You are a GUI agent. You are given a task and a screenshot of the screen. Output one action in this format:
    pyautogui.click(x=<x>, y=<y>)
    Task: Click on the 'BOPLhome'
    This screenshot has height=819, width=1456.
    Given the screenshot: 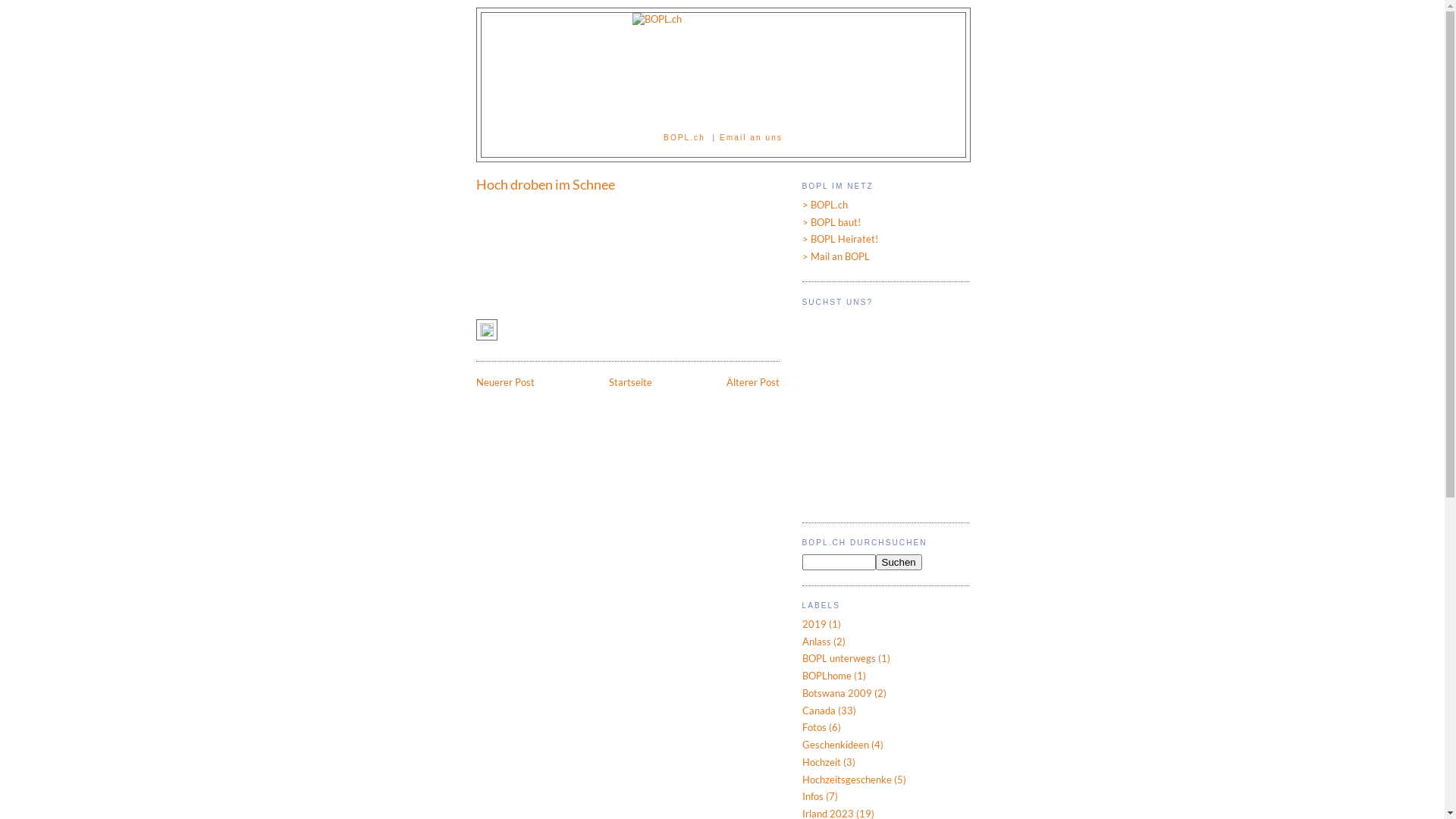 What is the action you would take?
    pyautogui.click(x=826, y=675)
    